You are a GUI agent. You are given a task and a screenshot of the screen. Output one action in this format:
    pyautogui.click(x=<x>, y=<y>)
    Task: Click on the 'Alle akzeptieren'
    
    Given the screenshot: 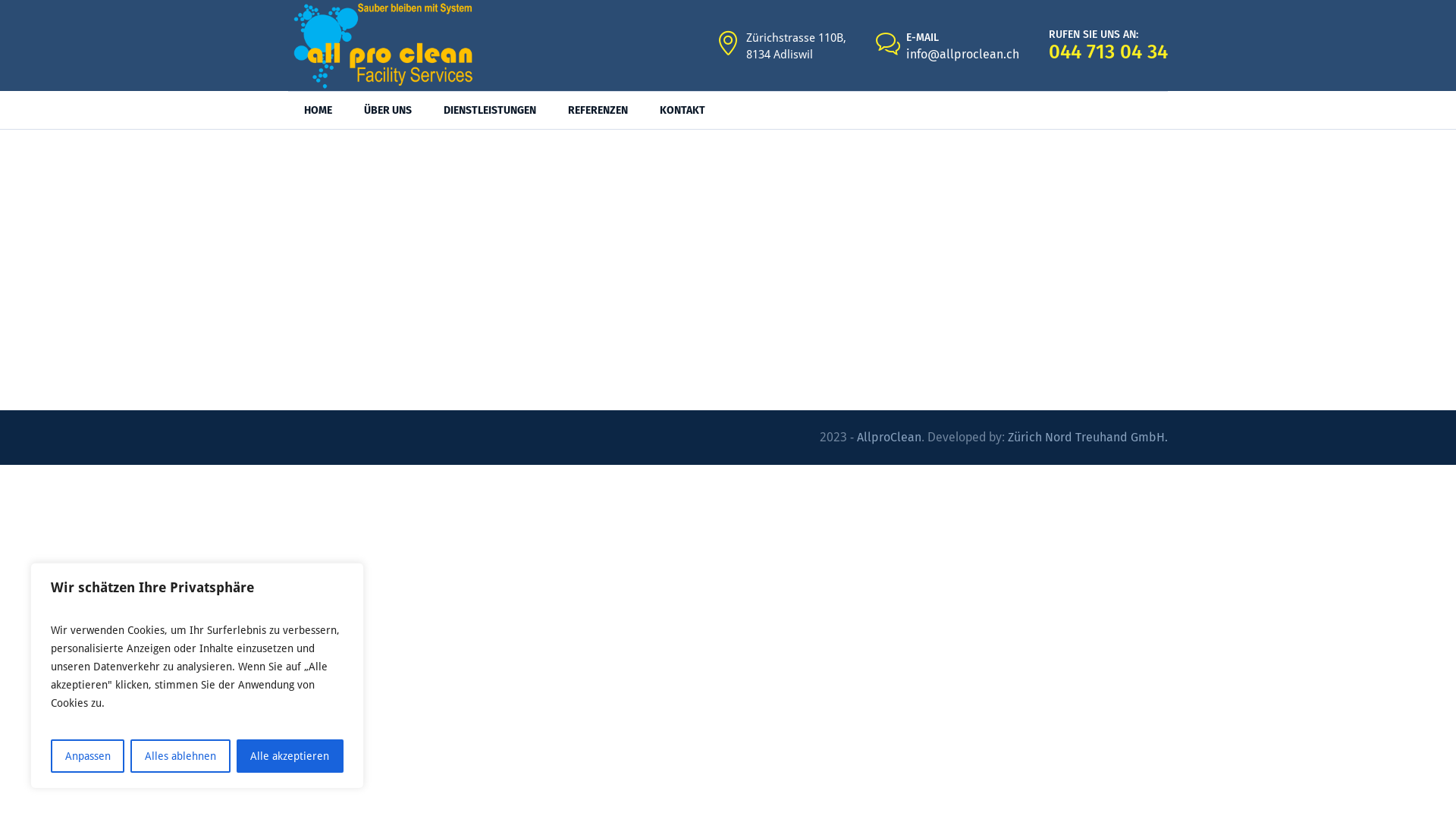 What is the action you would take?
    pyautogui.click(x=290, y=755)
    